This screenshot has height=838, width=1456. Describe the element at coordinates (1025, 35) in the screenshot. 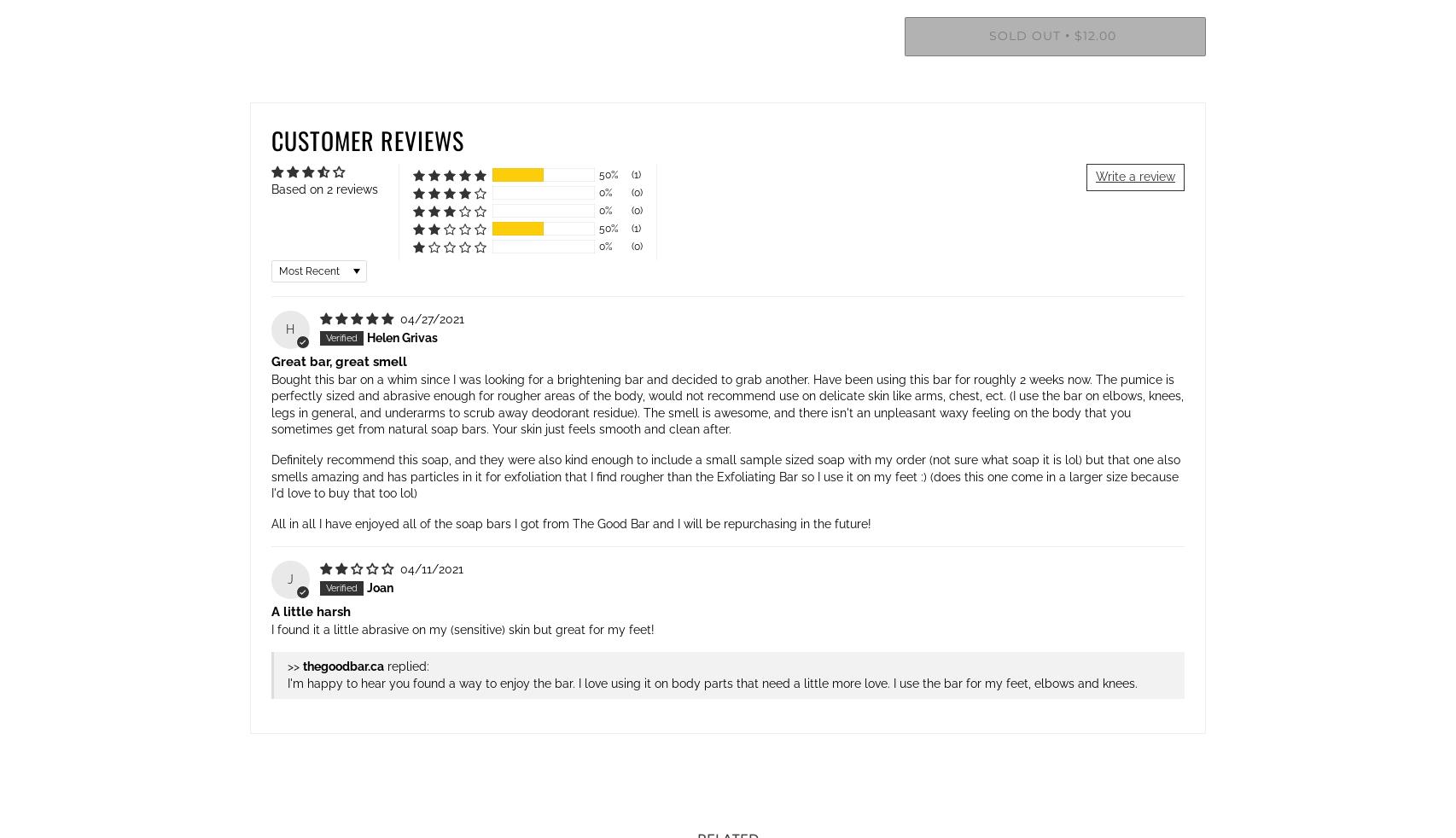

I see `'Sold Out'` at that location.